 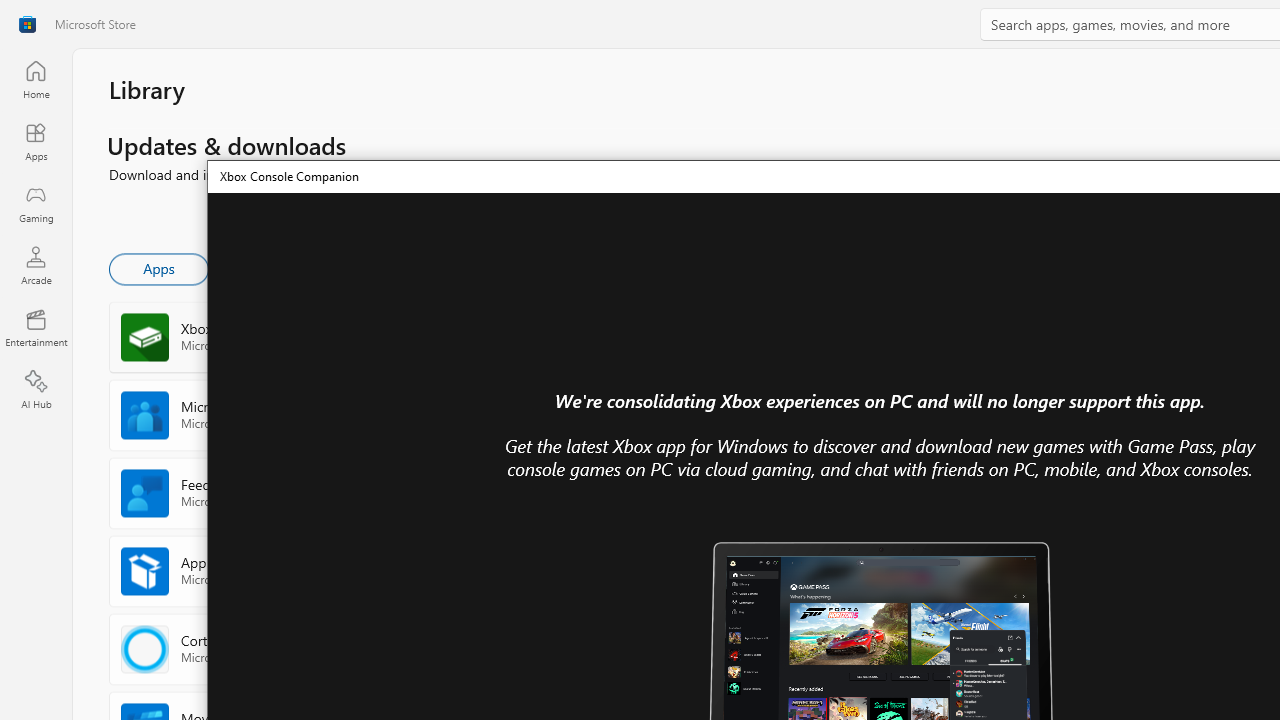 I want to click on 'Arcade', so click(x=35, y=264).